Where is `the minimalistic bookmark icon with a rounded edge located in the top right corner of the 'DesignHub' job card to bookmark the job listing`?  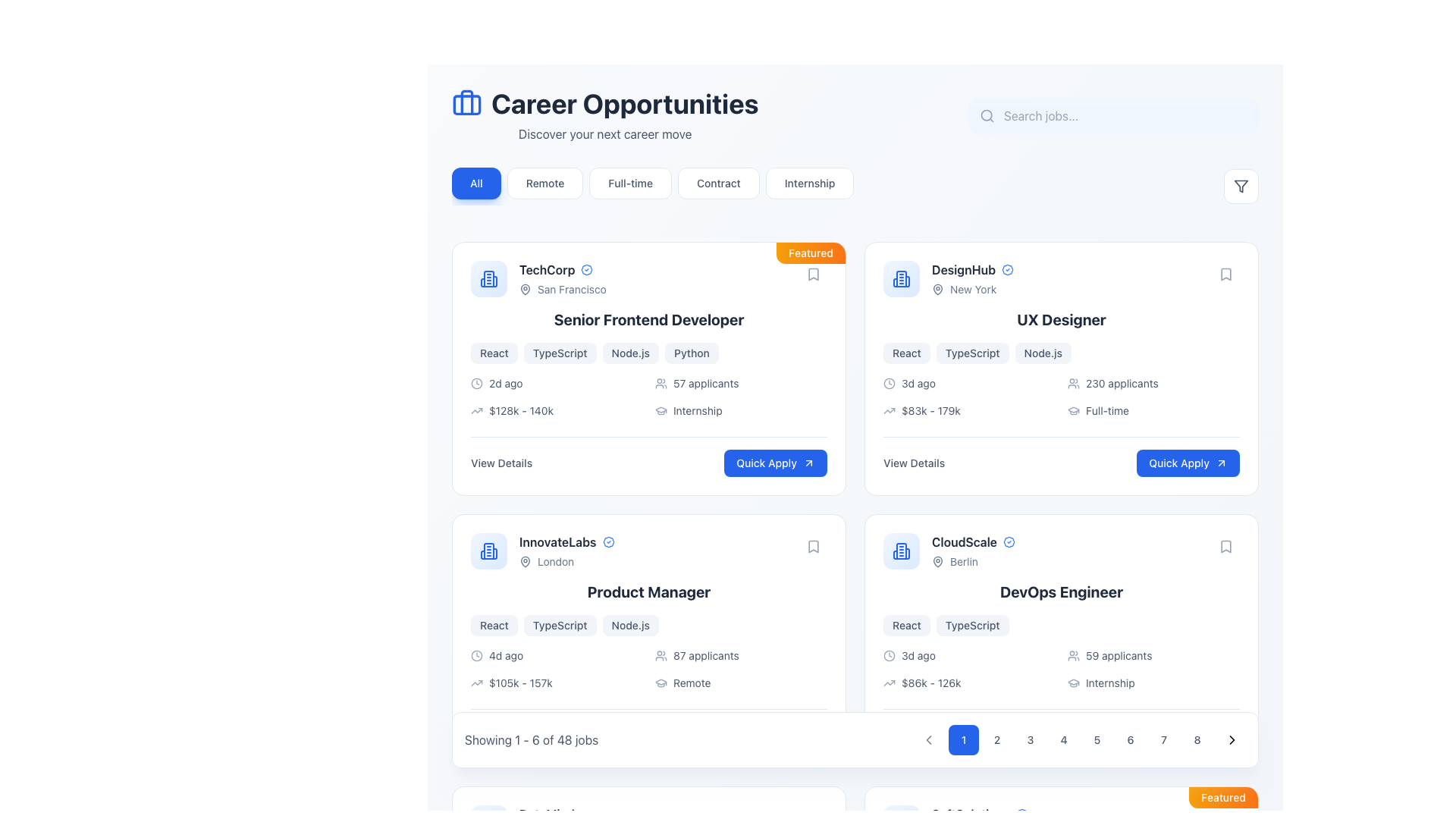 the minimalistic bookmark icon with a rounded edge located in the top right corner of the 'DesignHub' job card to bookmark the job listing is located at coordinates (1226, 275).